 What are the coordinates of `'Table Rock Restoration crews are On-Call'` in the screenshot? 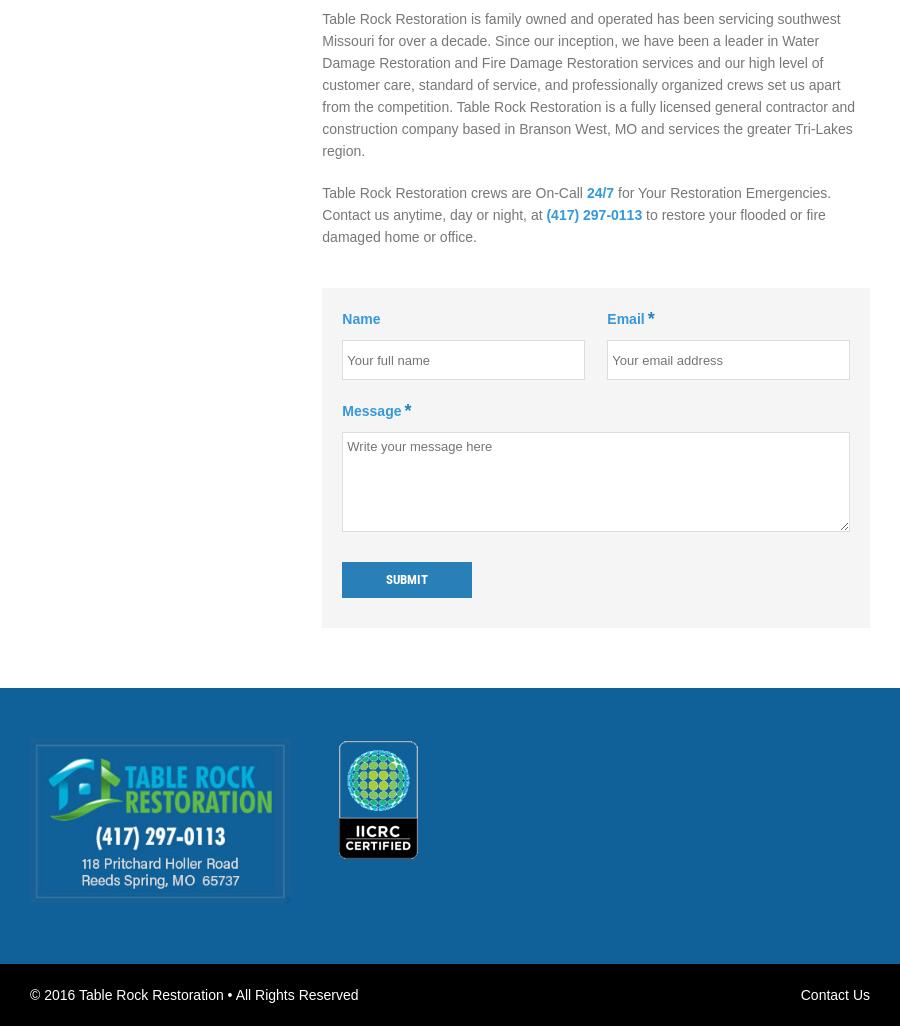 It's located at (452, 191).